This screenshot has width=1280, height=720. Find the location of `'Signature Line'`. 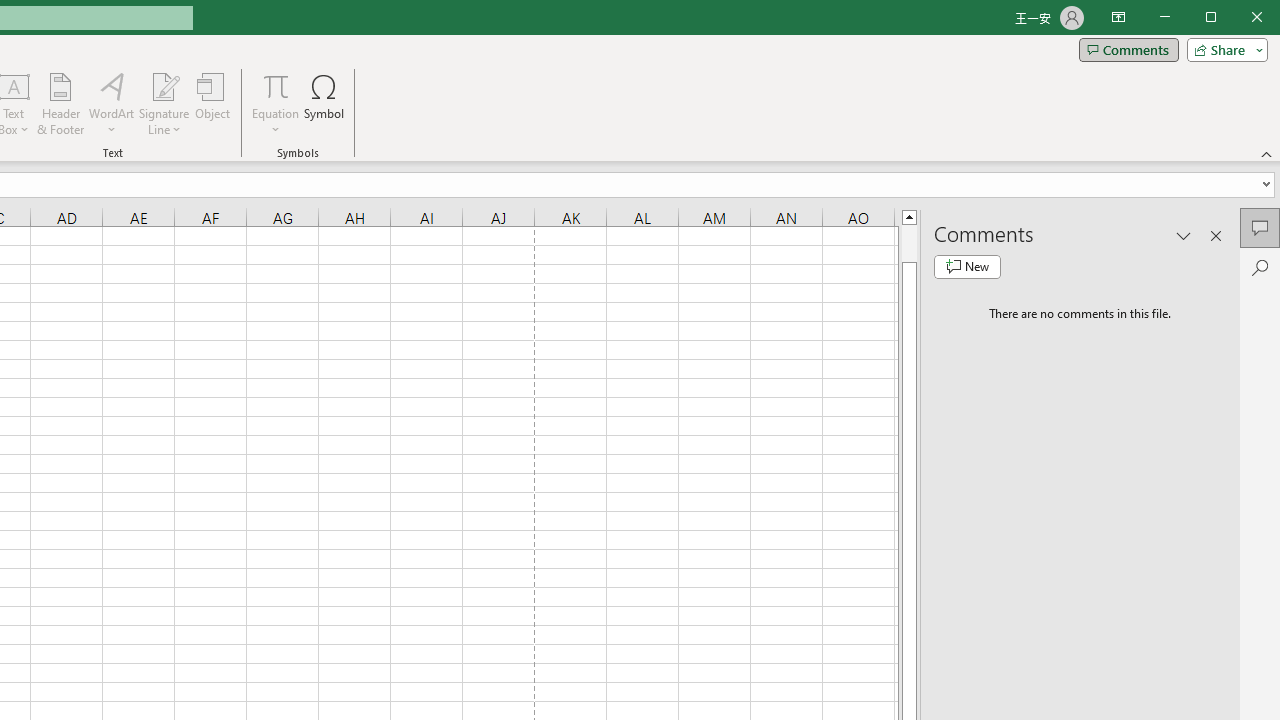

'Signature Line' is located at coordinates (164, 104).